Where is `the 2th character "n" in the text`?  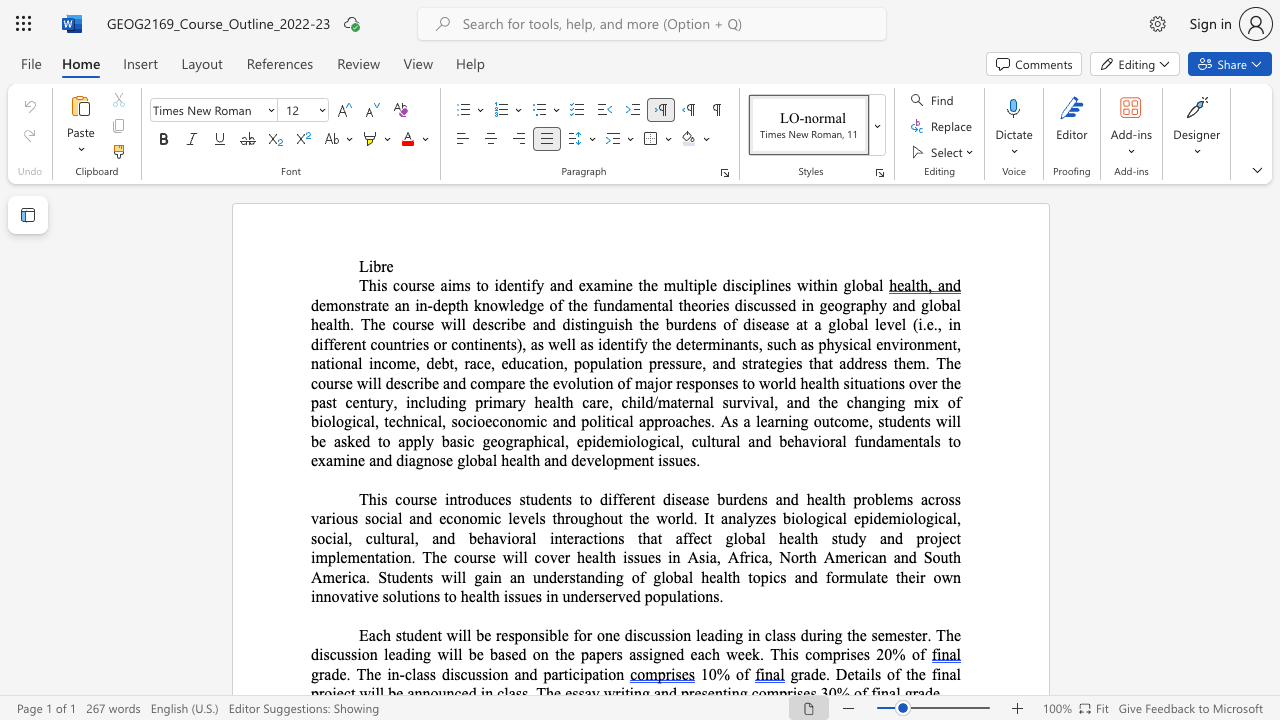
the 2th character "n" in the text is located at coordinates (795, 420).